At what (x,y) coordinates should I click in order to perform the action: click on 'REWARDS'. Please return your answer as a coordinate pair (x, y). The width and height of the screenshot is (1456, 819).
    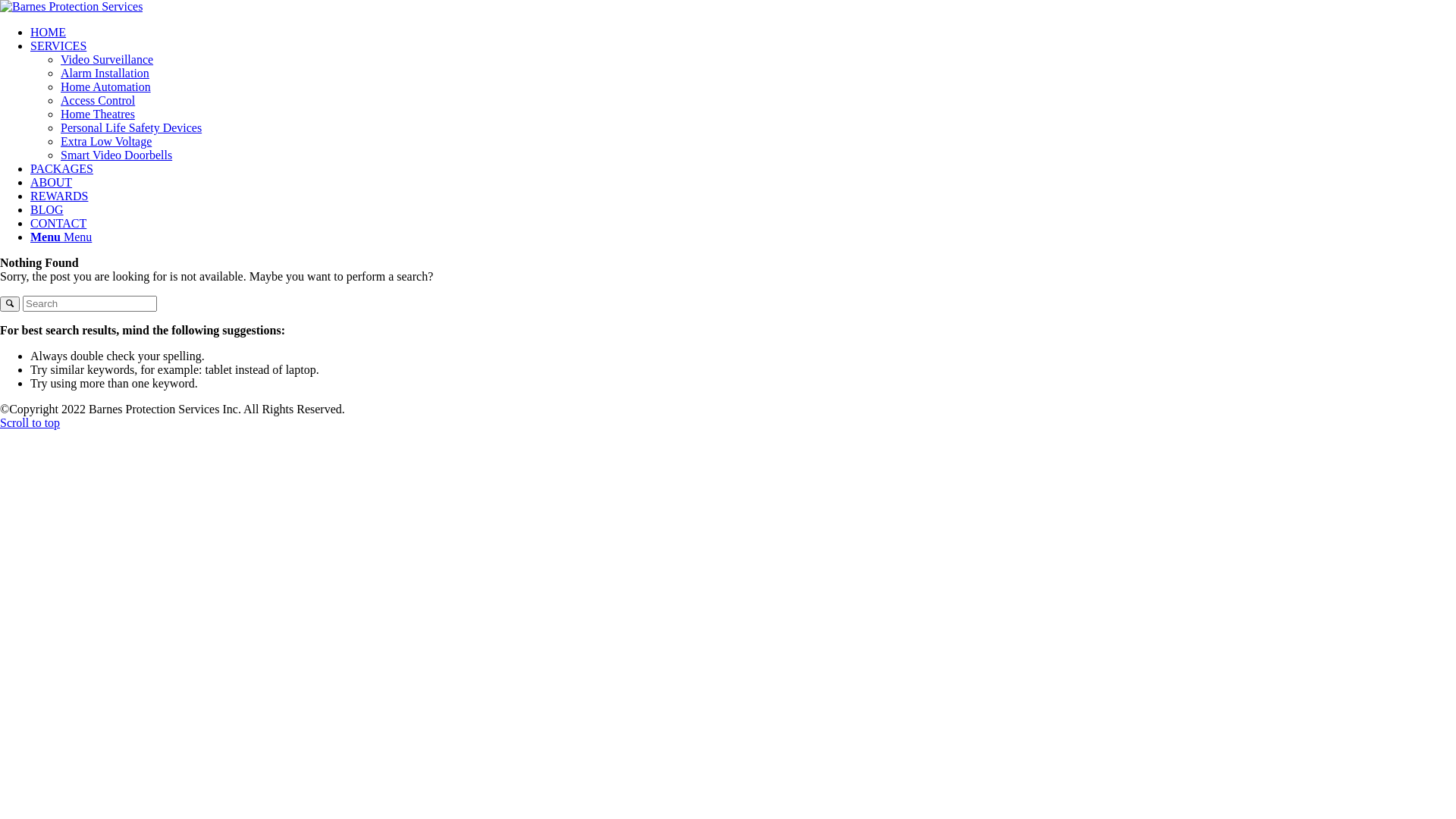
    Looking at the image, I should click on (58, 195).